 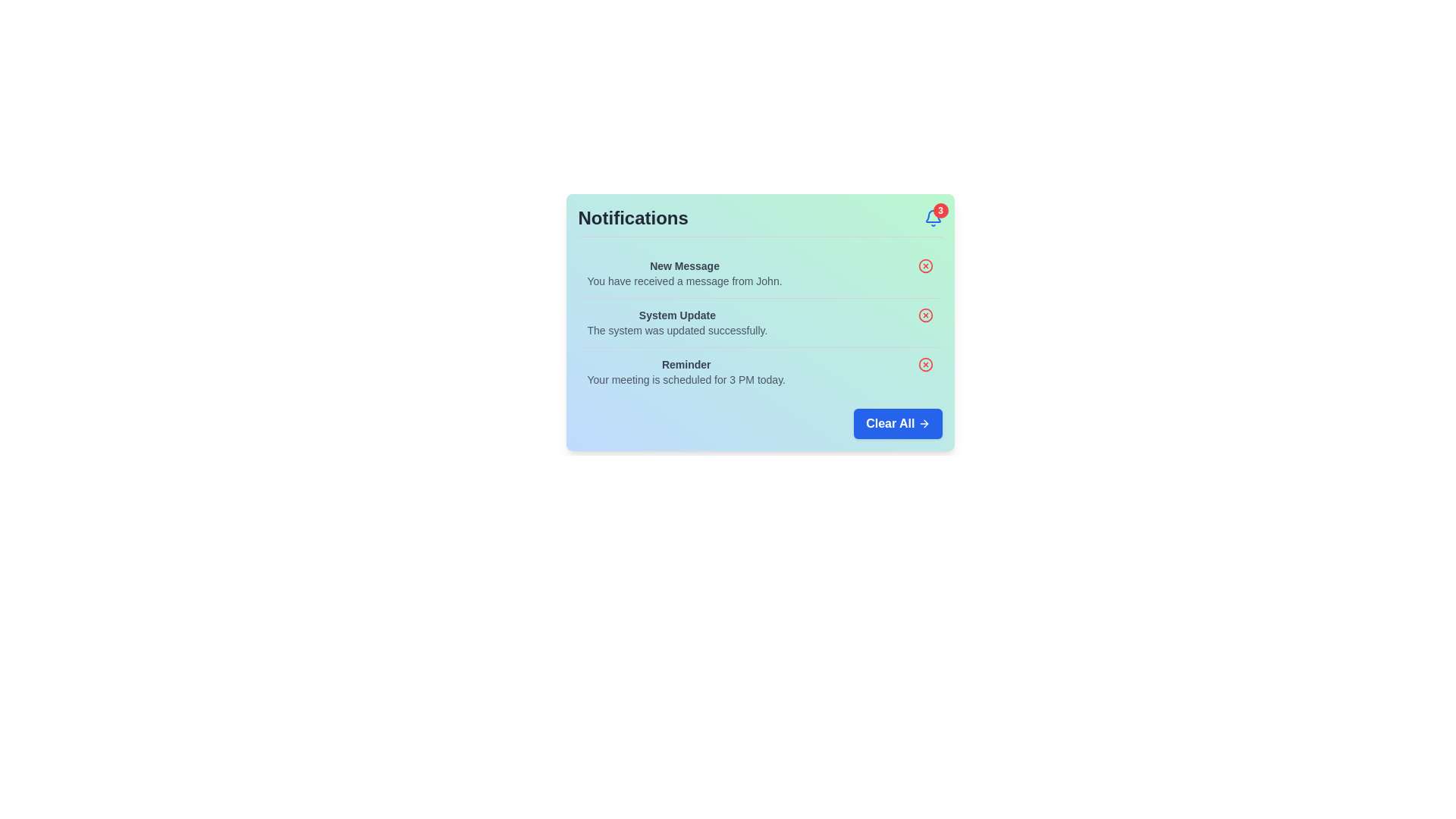 I want to click on gray-colored text stating 'You have received a message from John.' located within the notification card titled 'New Message', so click(x=683, y=281).